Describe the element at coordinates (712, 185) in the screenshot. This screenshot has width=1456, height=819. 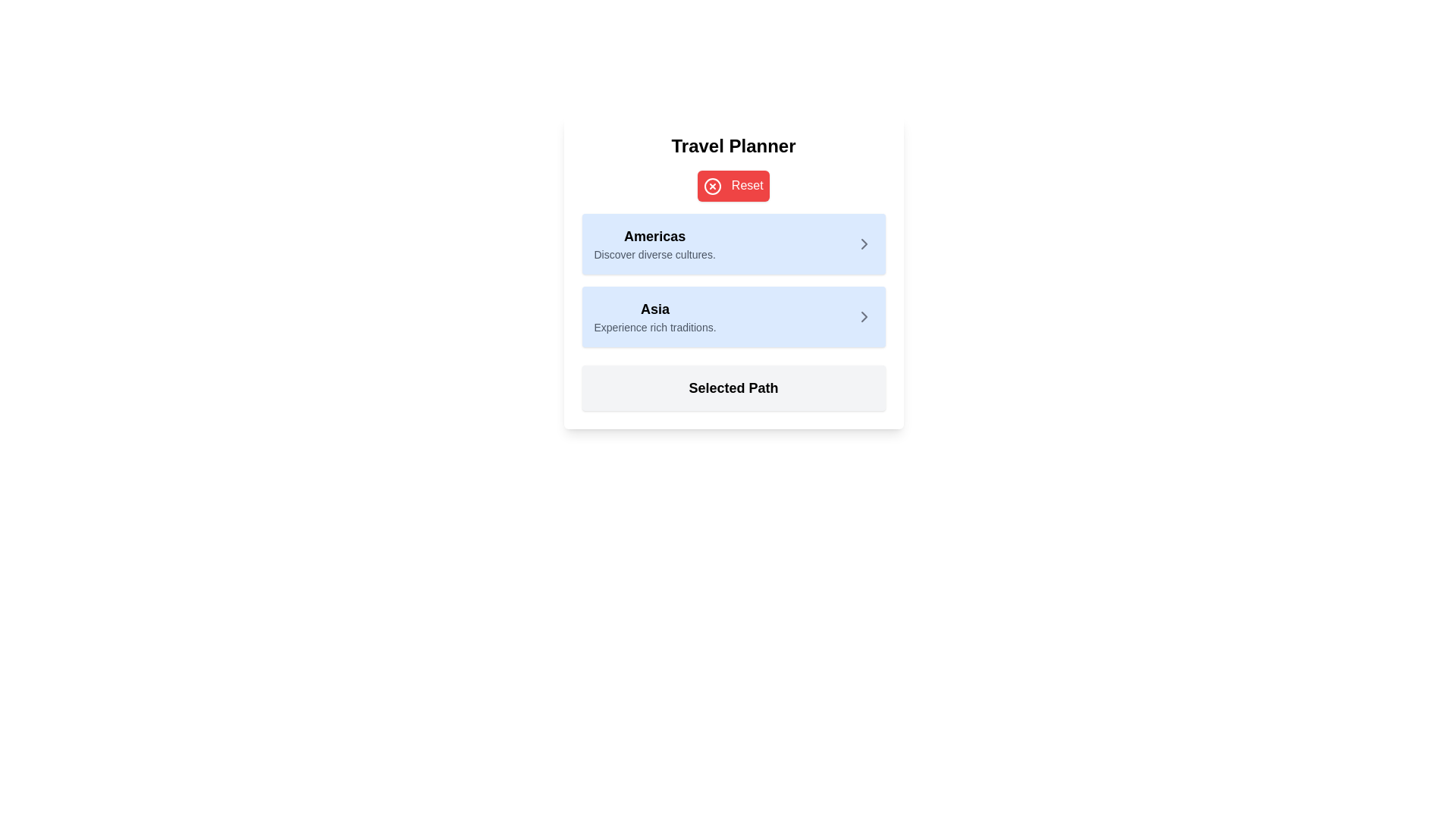
I see `the circular graphical component representing the 'Reset' functionality, located just above the 'Reset' button` at that location.